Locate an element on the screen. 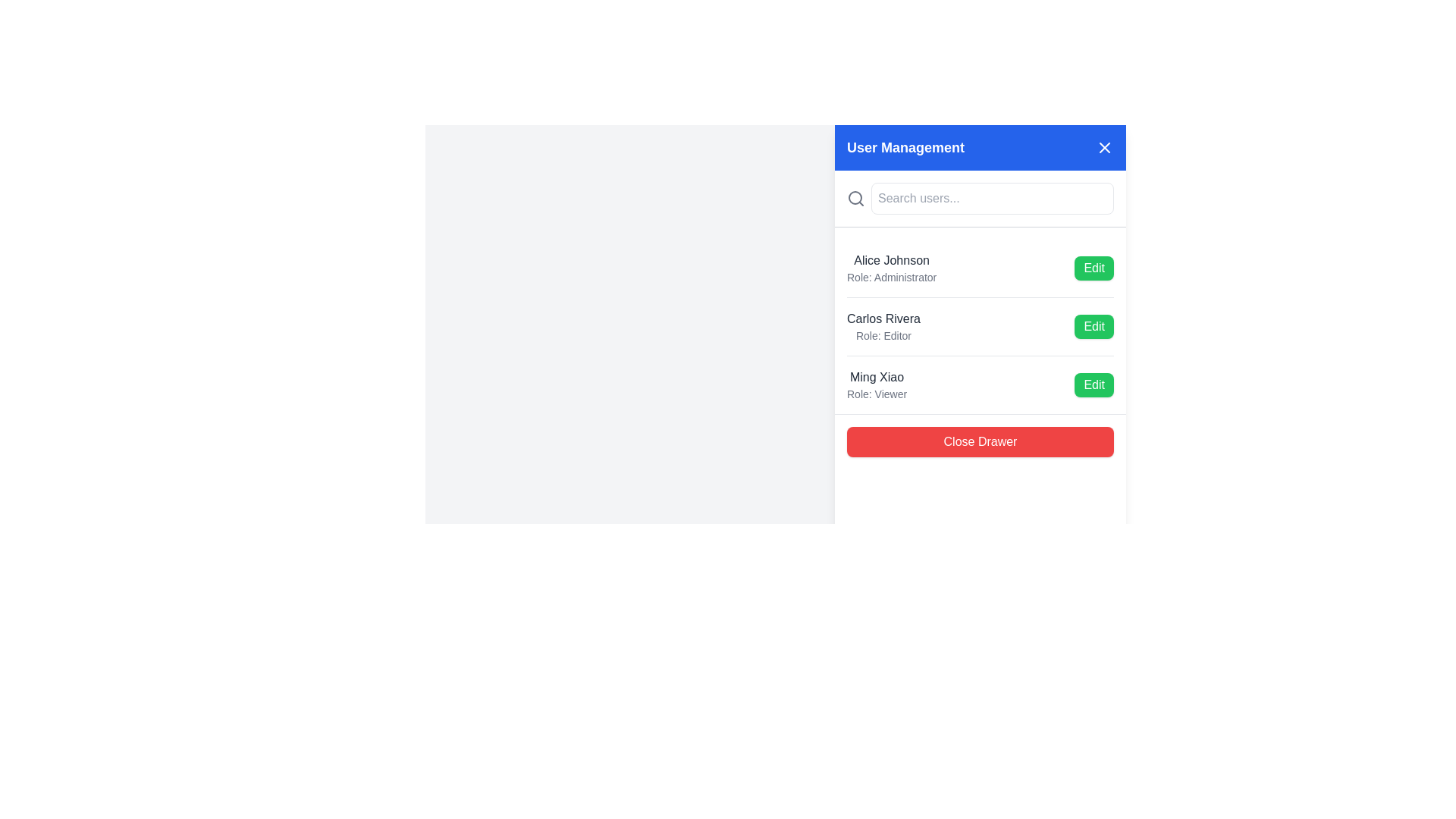 The height and width of the screenshot is (819, 1456). the edit button associated with the user 'Alice Johnson' to observe any hover effects is located at coordinates (1094, 268).